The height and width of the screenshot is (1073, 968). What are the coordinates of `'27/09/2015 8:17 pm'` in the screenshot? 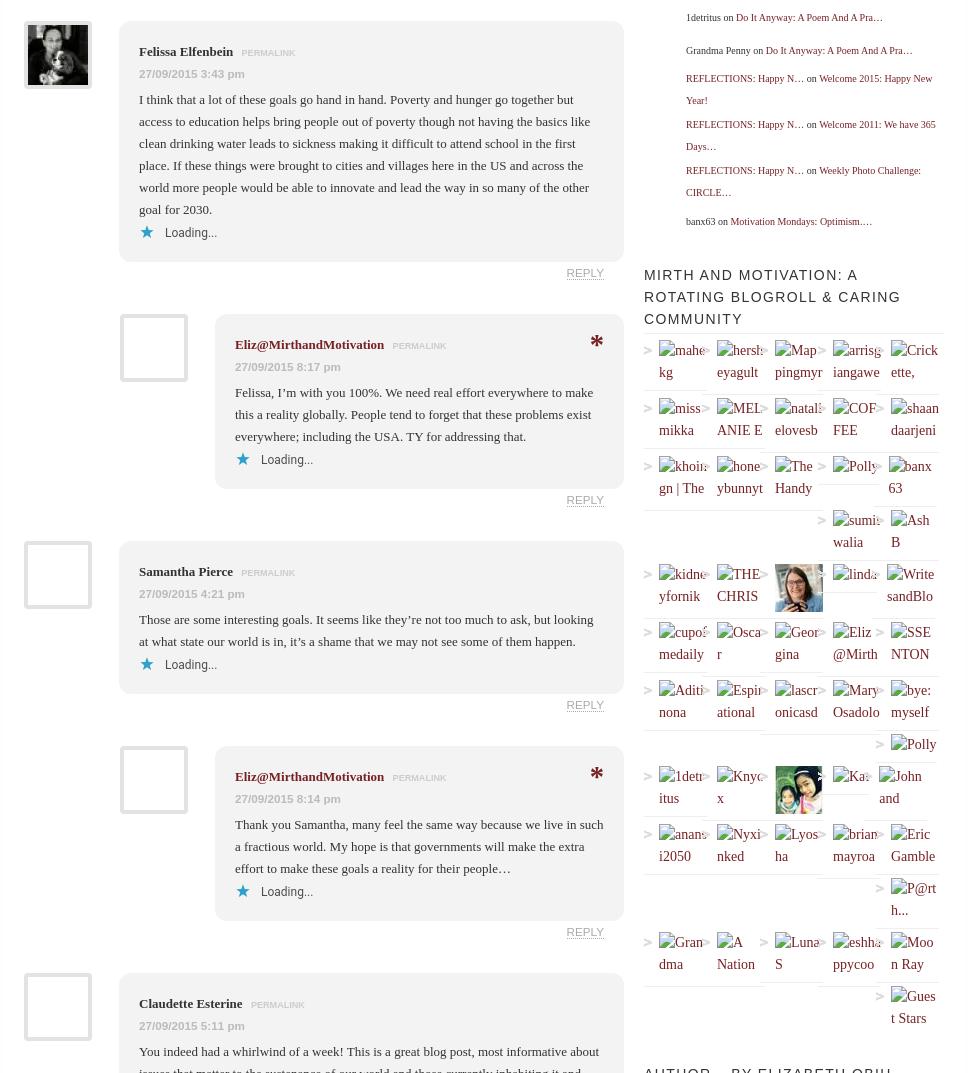 It's located at (286, 364).